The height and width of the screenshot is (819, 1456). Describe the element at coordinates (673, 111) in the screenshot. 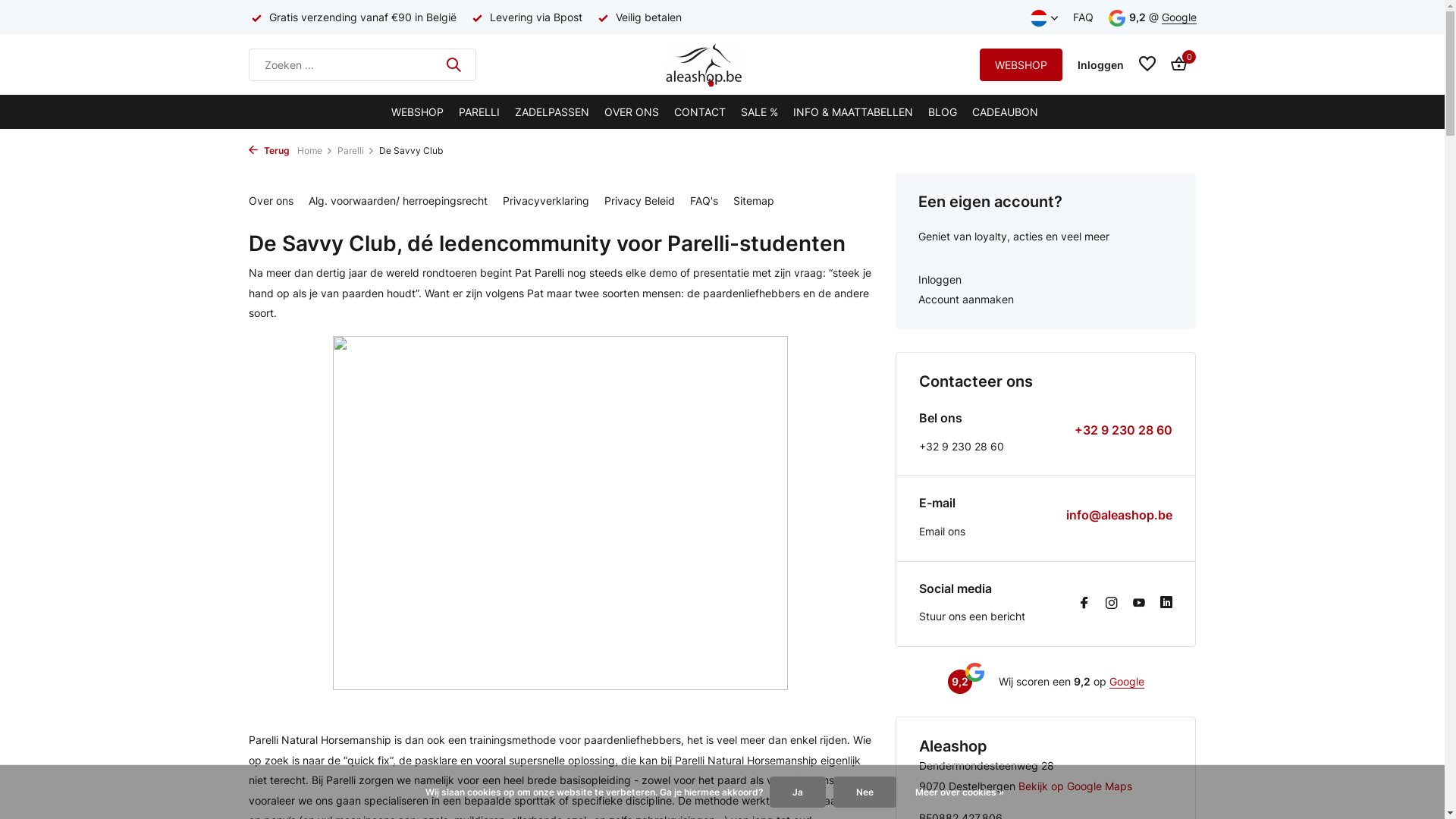

I see `'CONTACT'` at that location.